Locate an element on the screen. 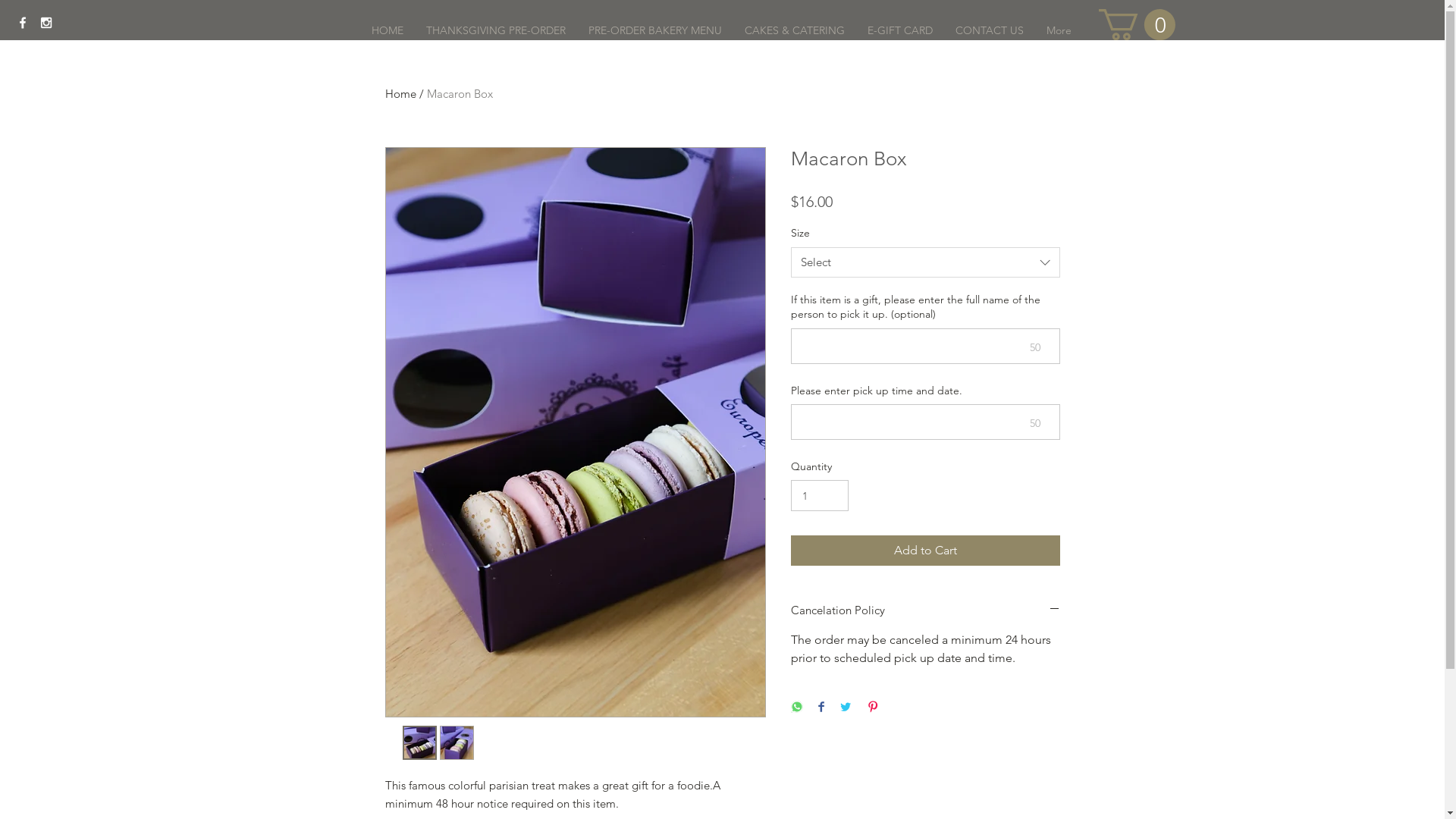  'PRE-ORDER BAKERY MENU' is located at coordinates (654, 30).